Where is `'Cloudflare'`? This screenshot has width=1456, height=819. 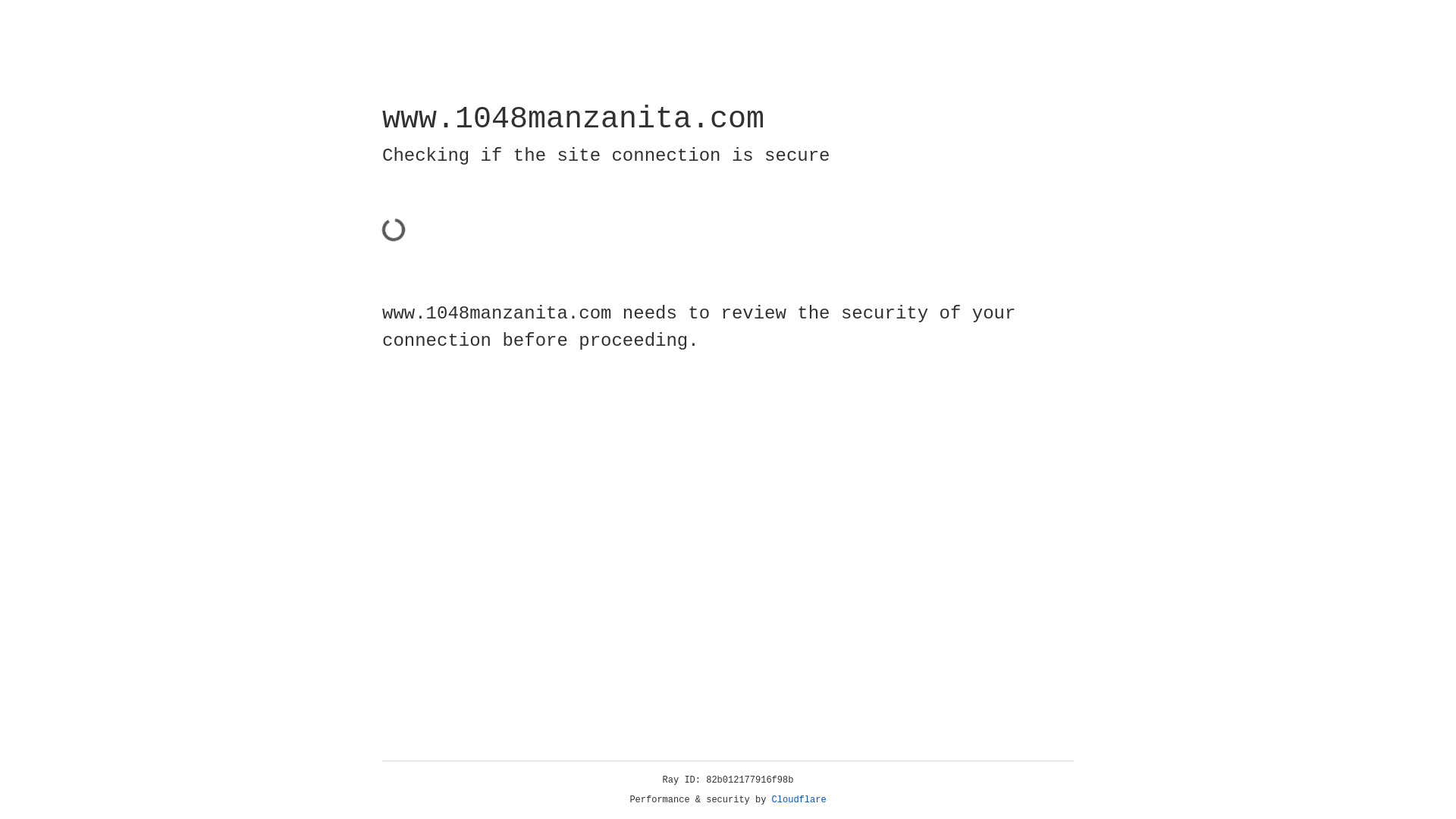
'Cloudflare' is located at coordinates (799, 799).